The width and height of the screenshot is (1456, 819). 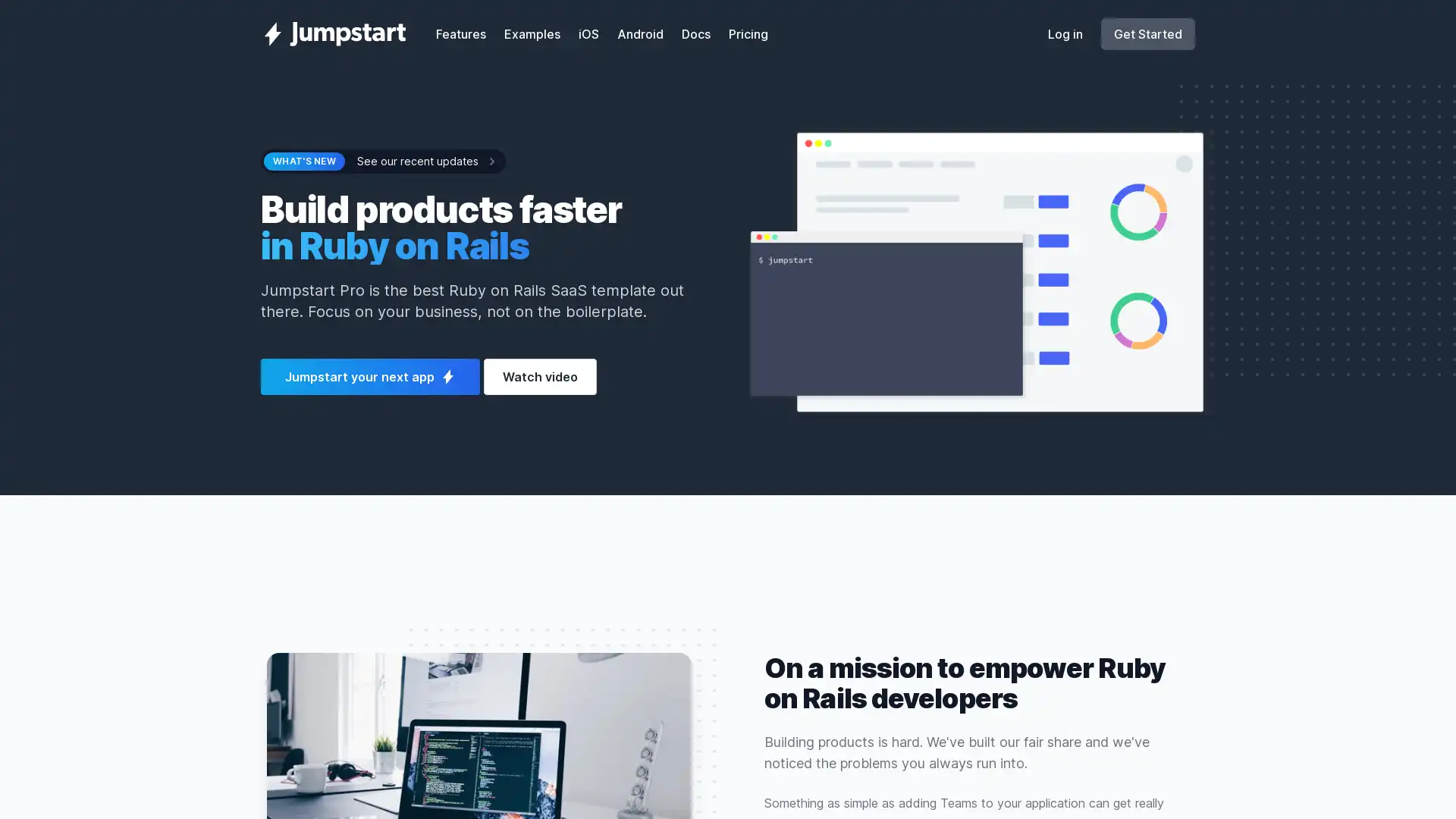 I want to click on Watch video, so click(x=540, y=376).